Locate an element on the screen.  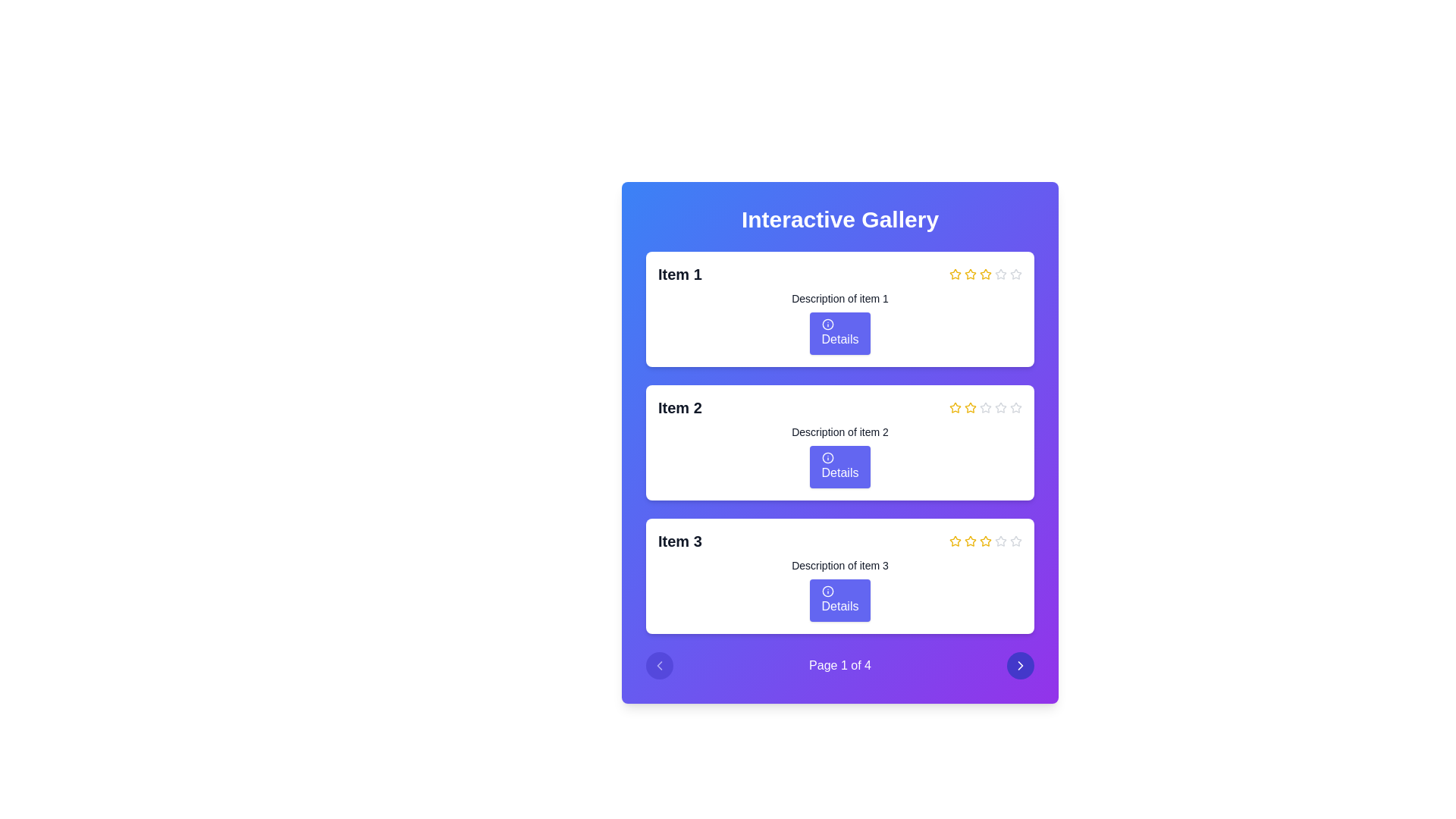
the yellow star icon, which is the first in a horizontal row of rating icons next to the text 'Item 1' is located at coordinates (954, 275).